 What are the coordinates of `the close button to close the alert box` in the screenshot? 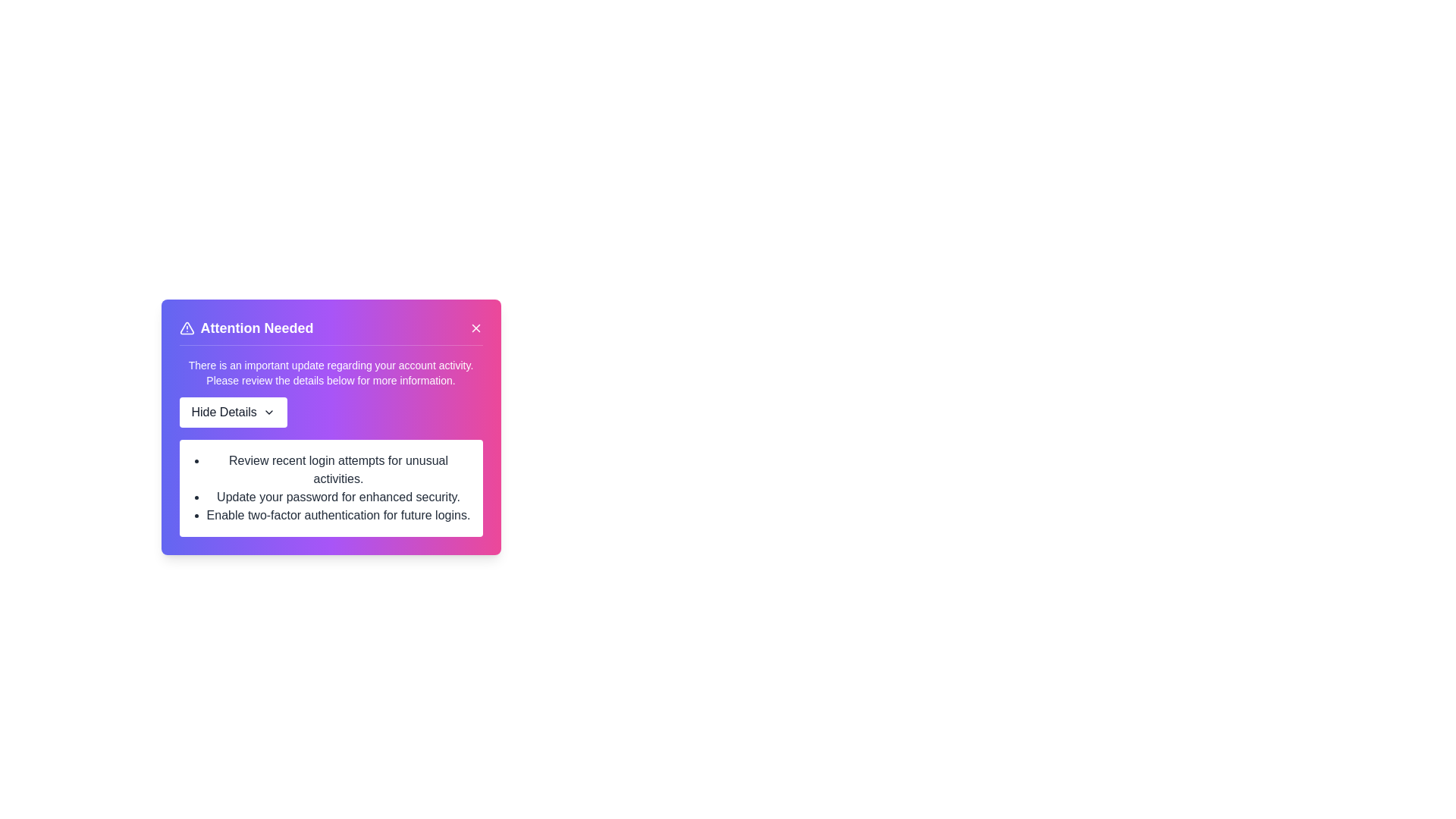 It's located at (475, 327).